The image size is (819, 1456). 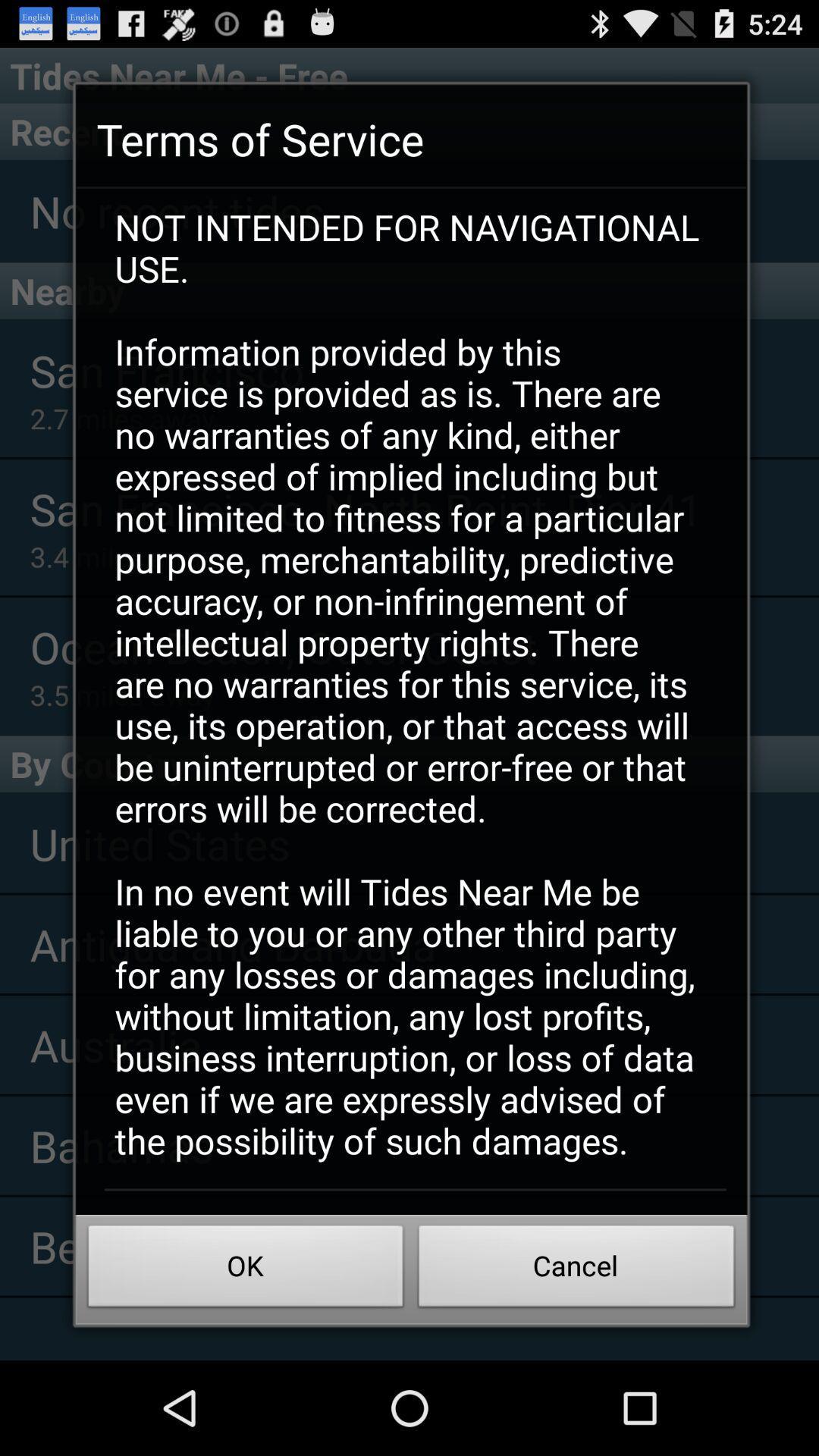 I want to click on the app below the not intended for item, so click(x=576, y=1270).